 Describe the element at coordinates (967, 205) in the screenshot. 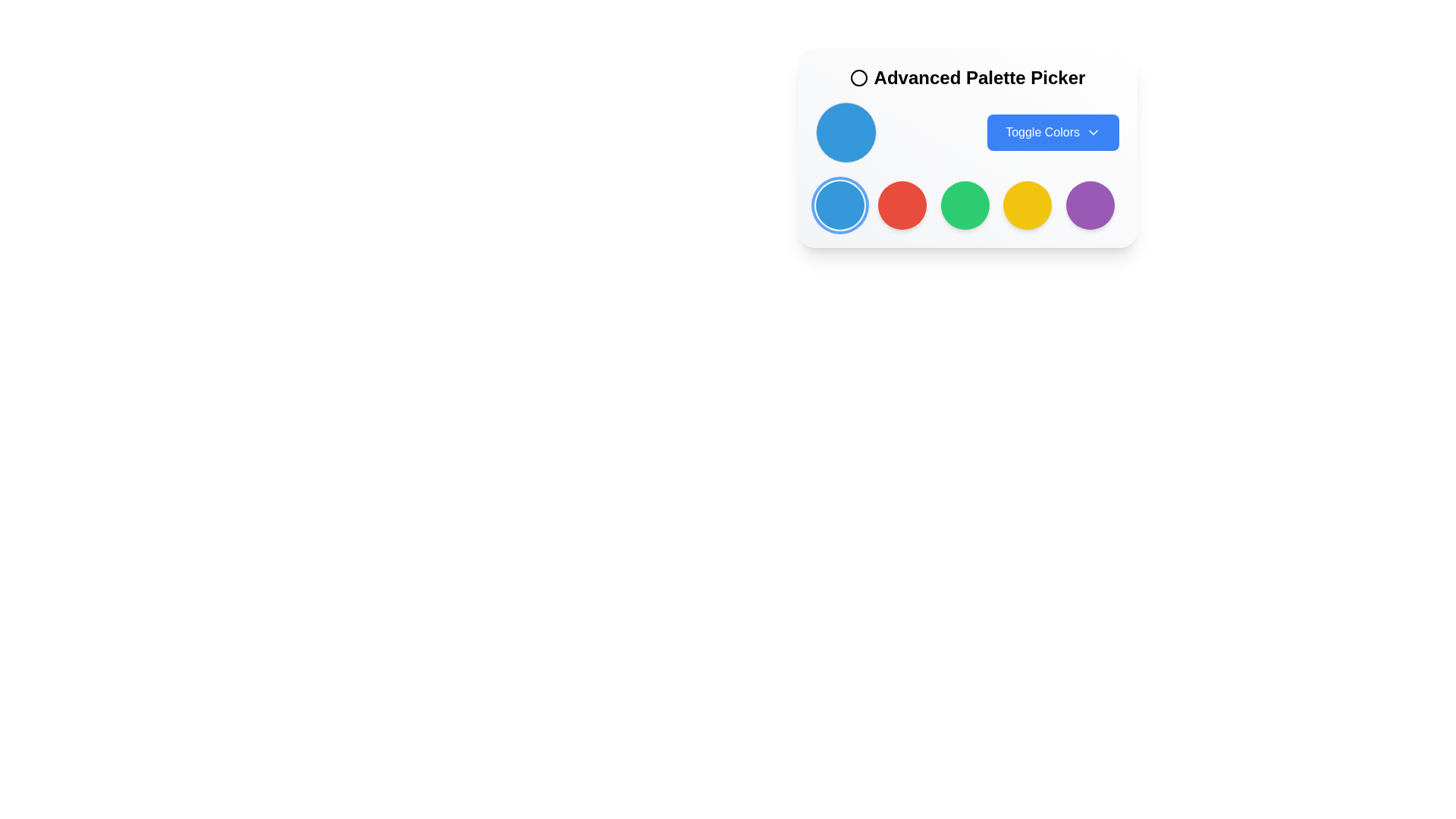

I see `the interactive circular color element within the 'Advanced Palette Picker'` at that location.